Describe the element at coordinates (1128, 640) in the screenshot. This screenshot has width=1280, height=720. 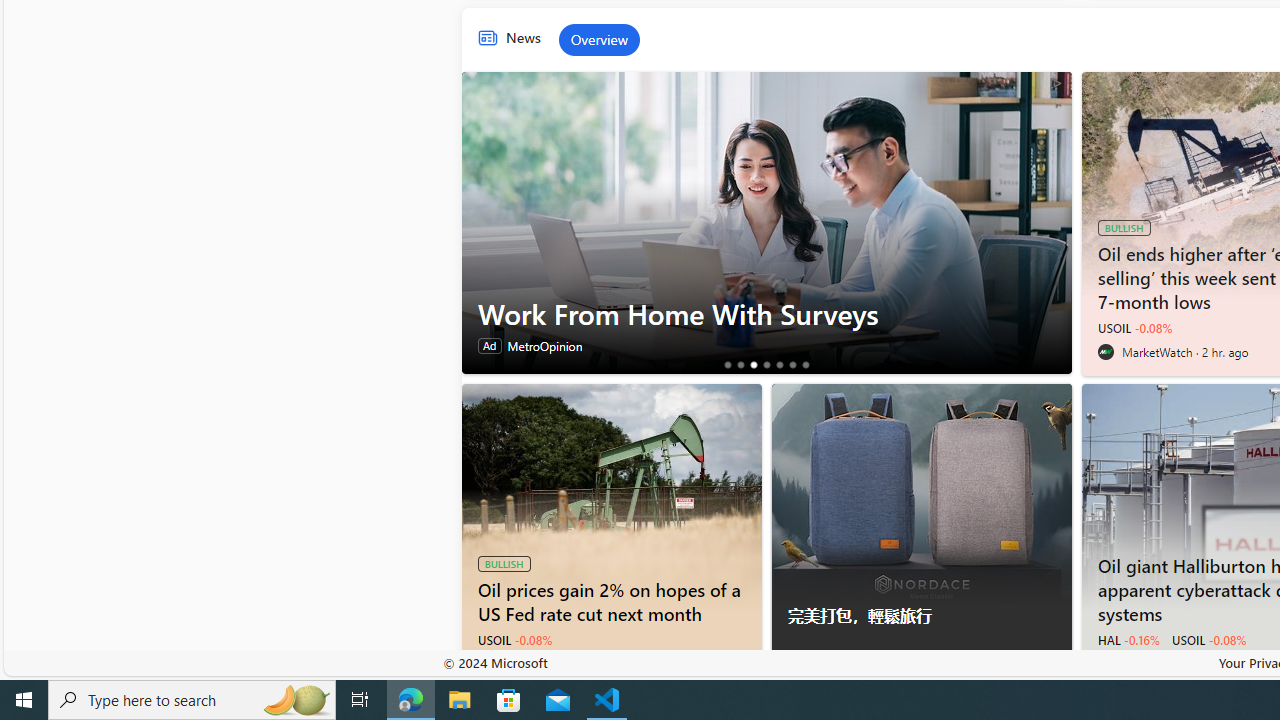
I see `'HAL -0.16%'` at that location.